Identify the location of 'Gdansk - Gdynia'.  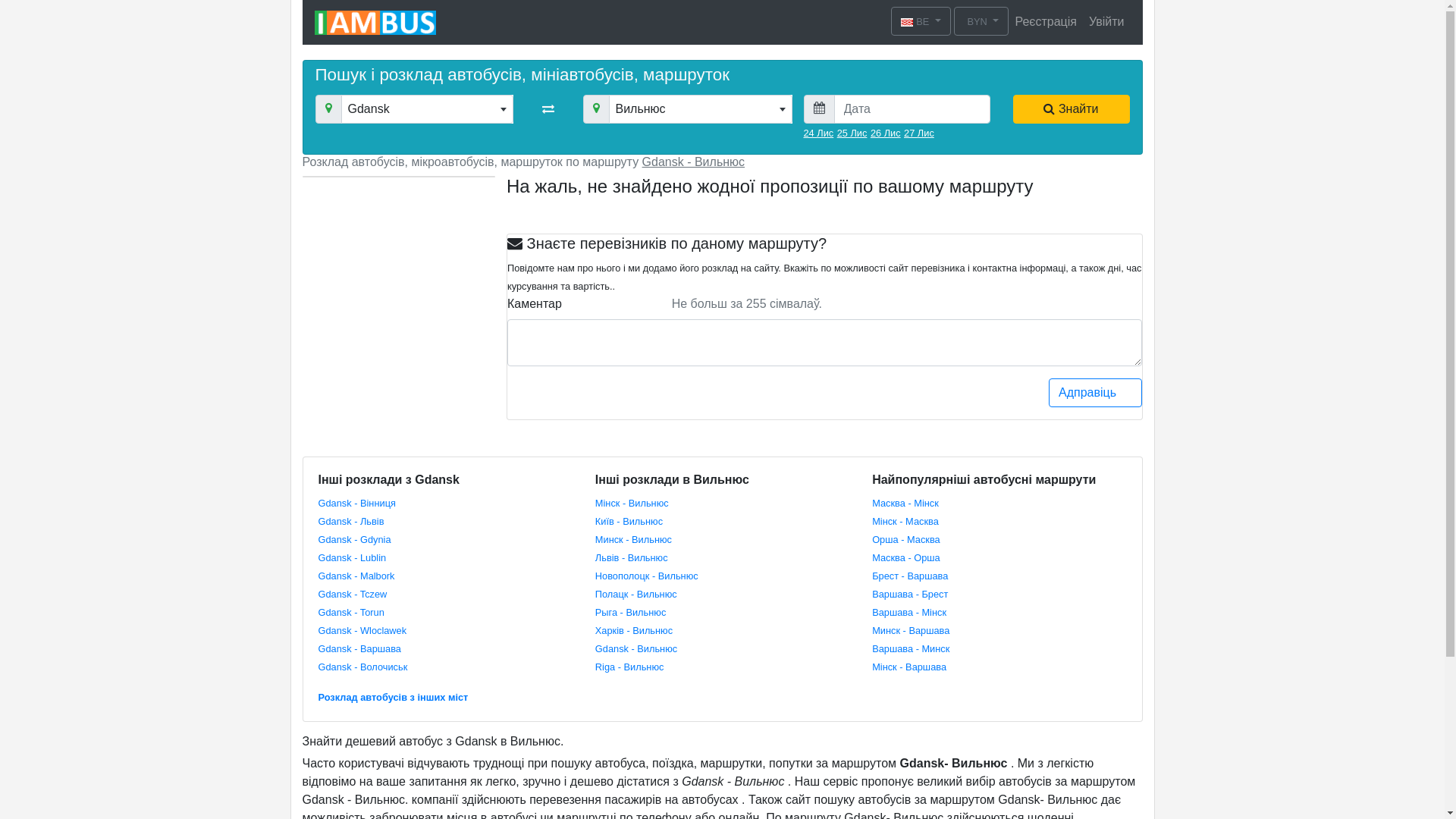
(318, 538).